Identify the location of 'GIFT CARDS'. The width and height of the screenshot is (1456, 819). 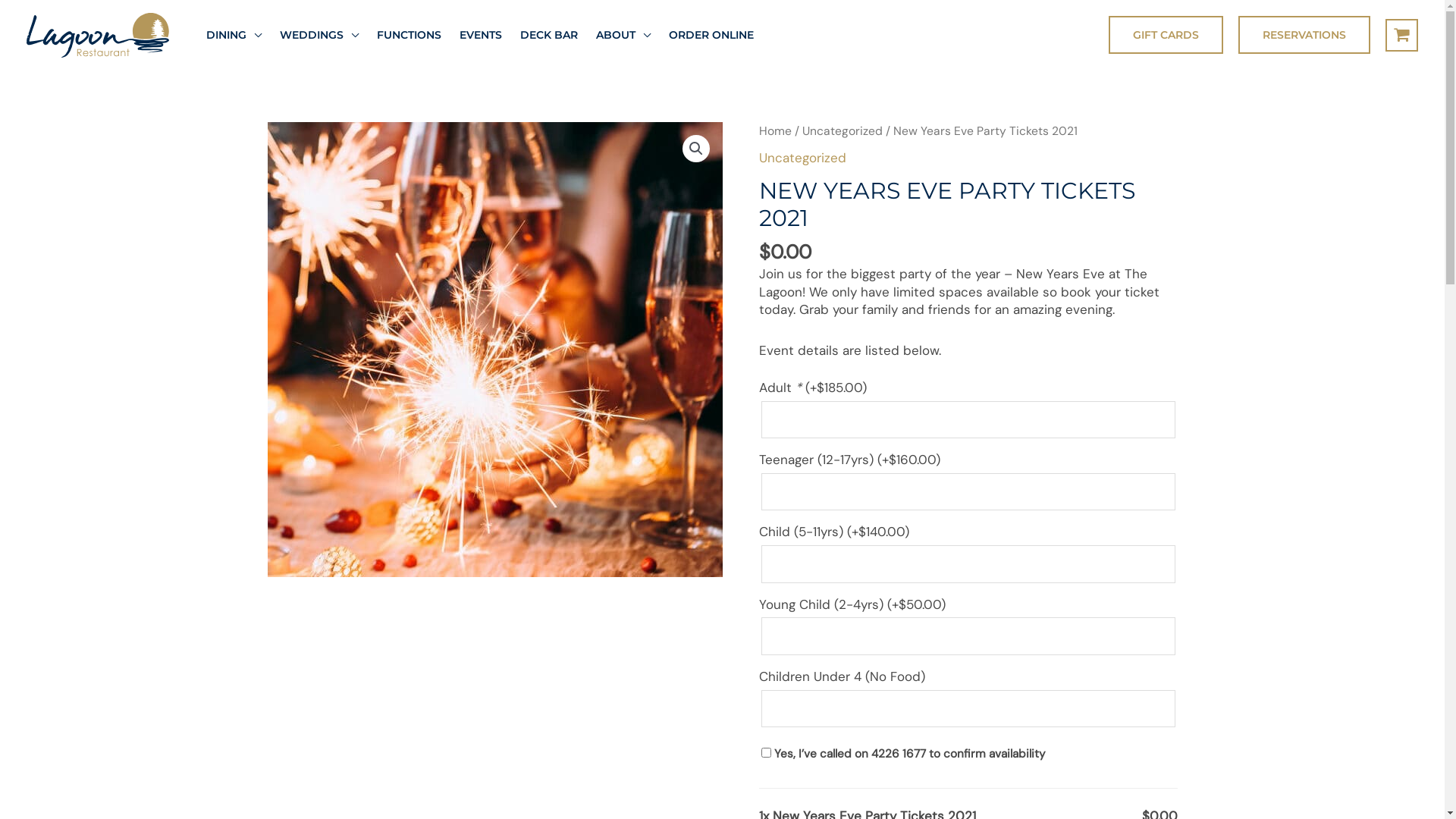
(1165, 34).